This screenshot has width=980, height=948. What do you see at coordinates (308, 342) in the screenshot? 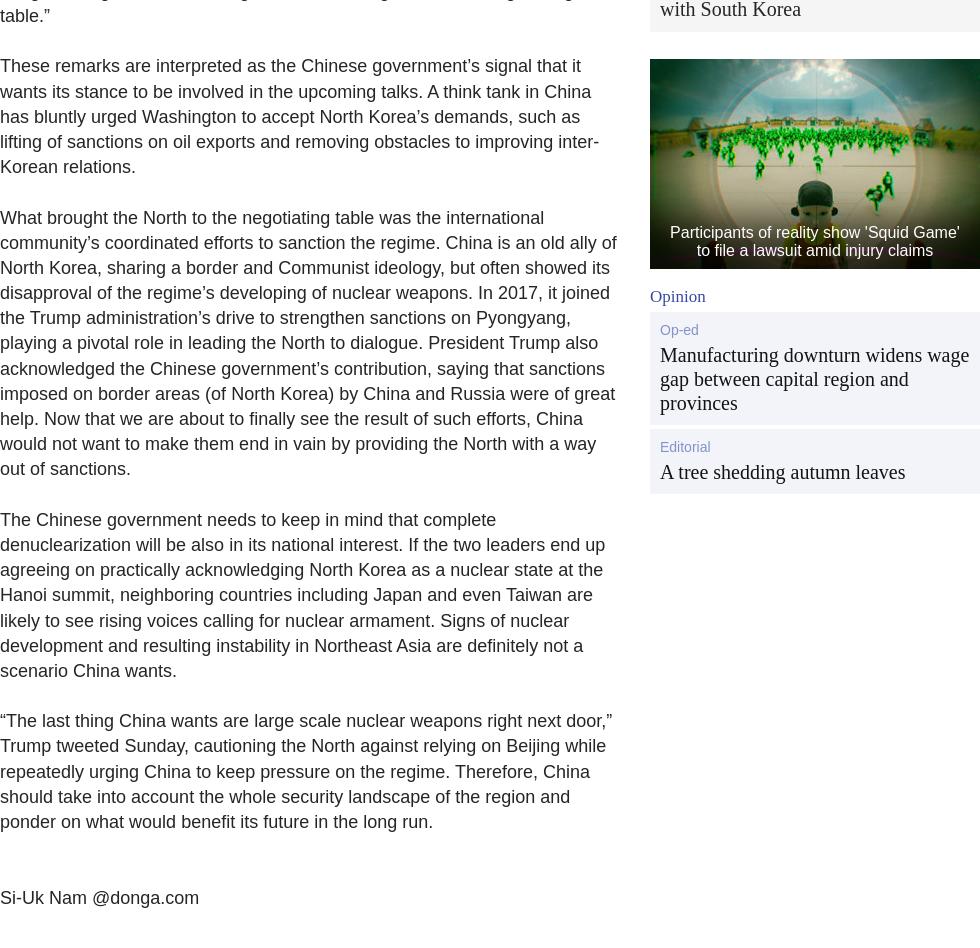
I see `'What brought the North to the negotiating table was the international community’s coordinated efforts to sanction the regime. China is an old ally of North Korea, sharing a border and Communist ideology, but often showed its disapproval of the regime’s developing of nuclear weapons. In 2017, it joined the Trump administration’s drive to strengthen sanctions on Pyongyang, playing a pivotal role in leading the North to dialogue. President Trump also acknowledged the Chinese government’s contribution, saying that sanctions imposed on border areas (of North Korea) by China and Russia were of great help. Now that we are about to finally see the result of such efforts, China would not want to make them end in vain by providing the North with a way out of sanctions.'` at bounding box center [308, 342].